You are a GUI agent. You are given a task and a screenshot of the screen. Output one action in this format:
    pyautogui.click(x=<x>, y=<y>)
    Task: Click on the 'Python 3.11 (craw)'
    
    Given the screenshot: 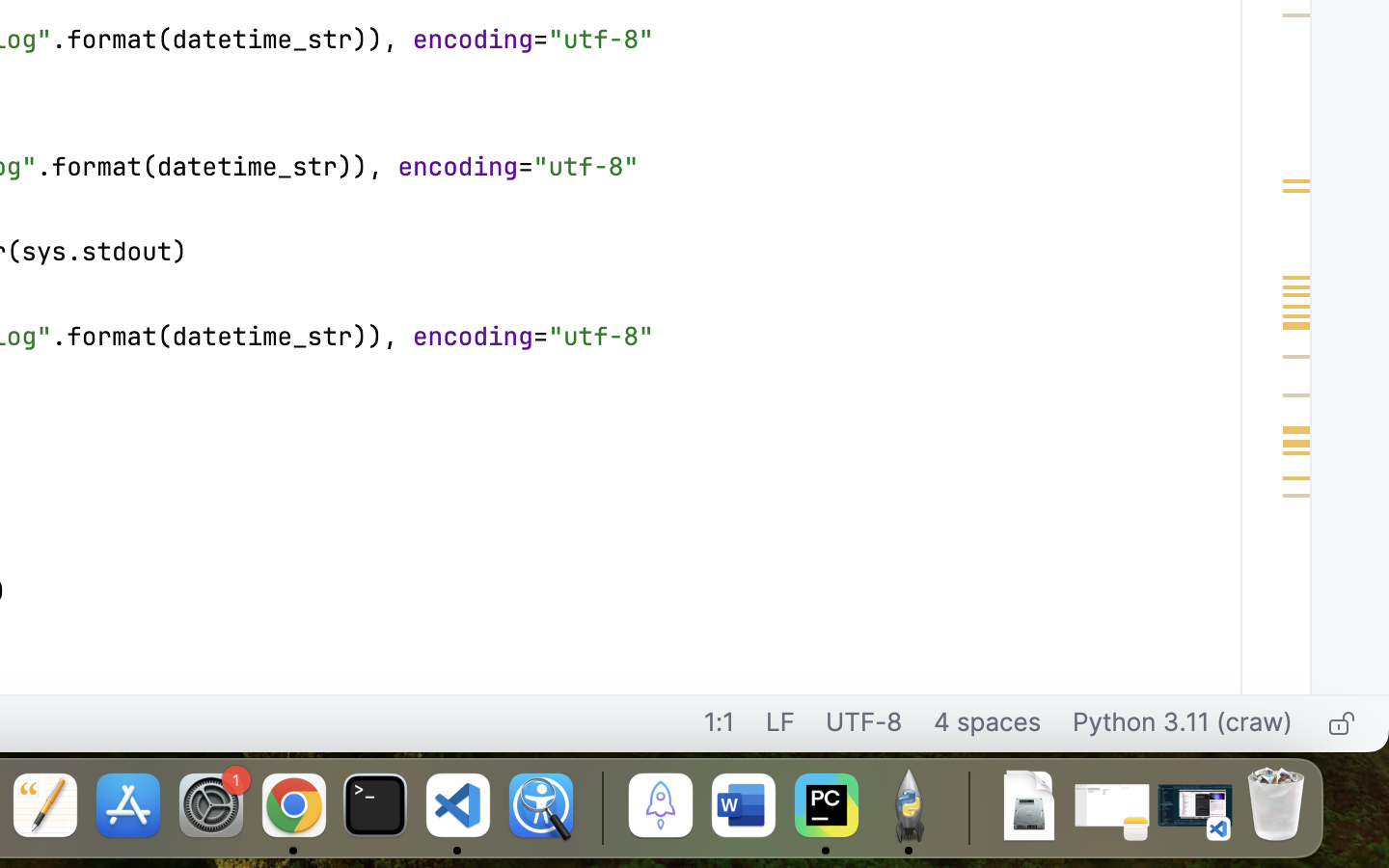 What is the action you would take?
    pyautogui.click(x=1182, y=722)
    